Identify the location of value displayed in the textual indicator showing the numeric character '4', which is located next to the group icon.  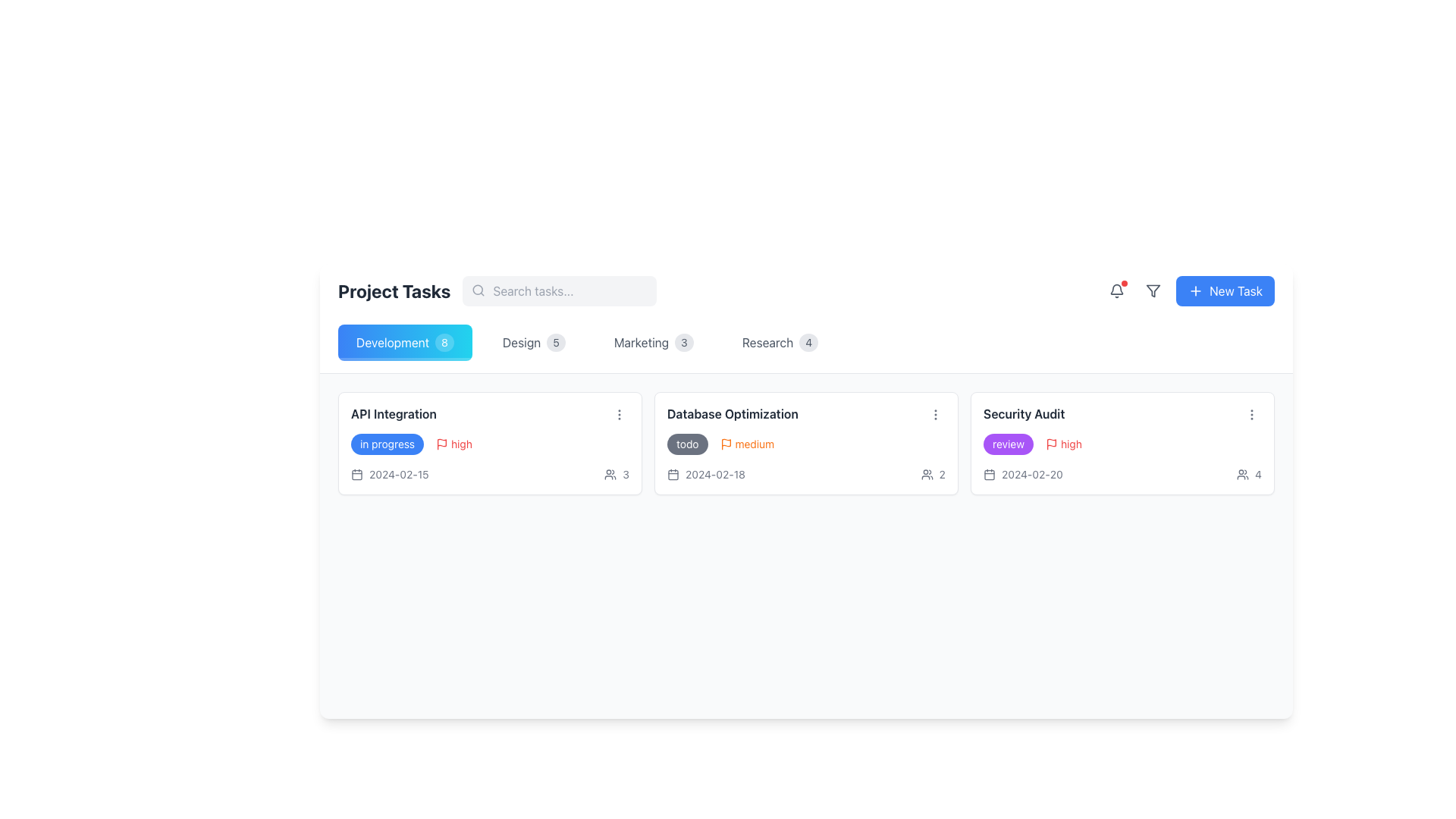
(1258, 473).